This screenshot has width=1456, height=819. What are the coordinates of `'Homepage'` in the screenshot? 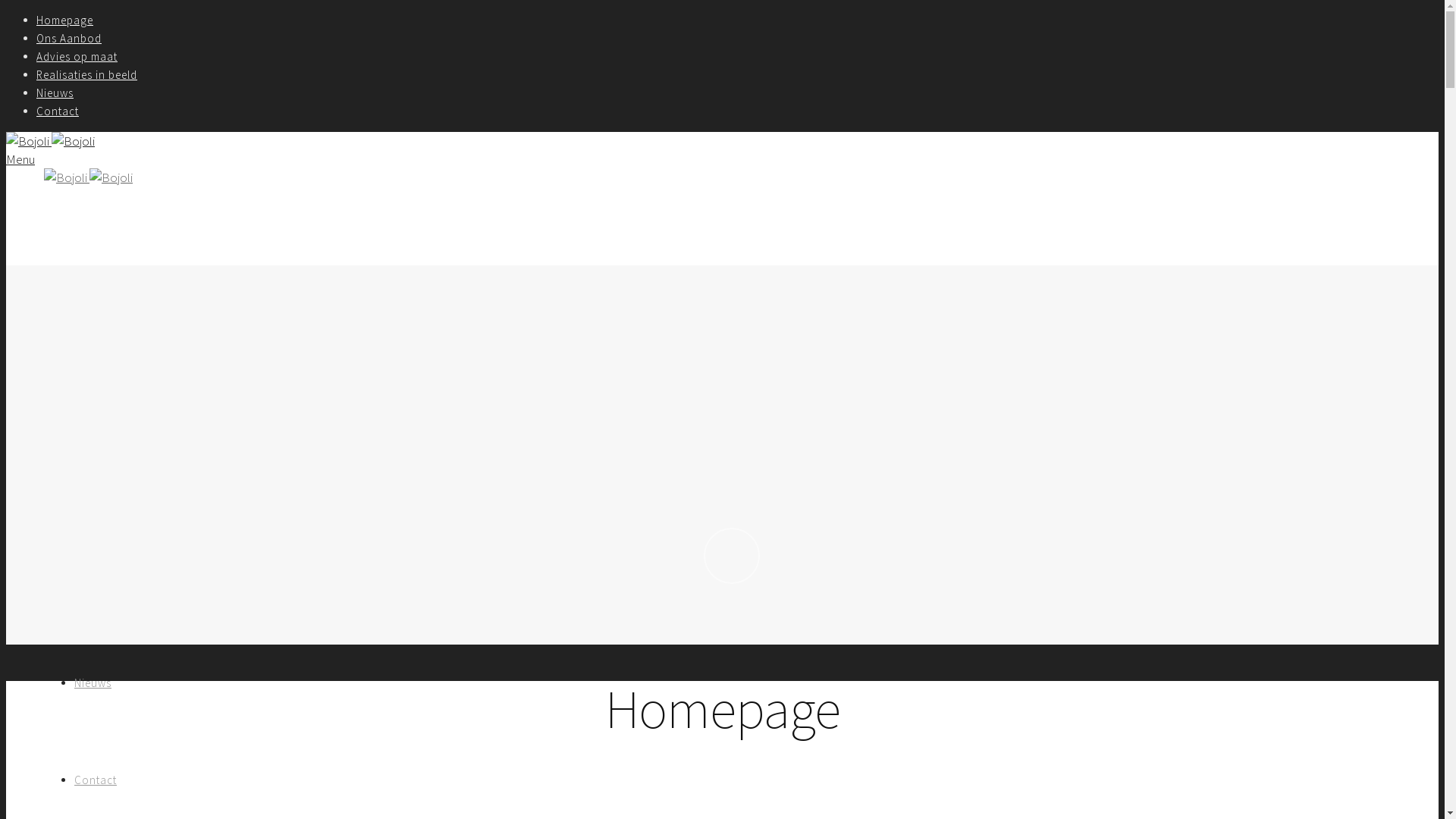 It's located at (64, 20).